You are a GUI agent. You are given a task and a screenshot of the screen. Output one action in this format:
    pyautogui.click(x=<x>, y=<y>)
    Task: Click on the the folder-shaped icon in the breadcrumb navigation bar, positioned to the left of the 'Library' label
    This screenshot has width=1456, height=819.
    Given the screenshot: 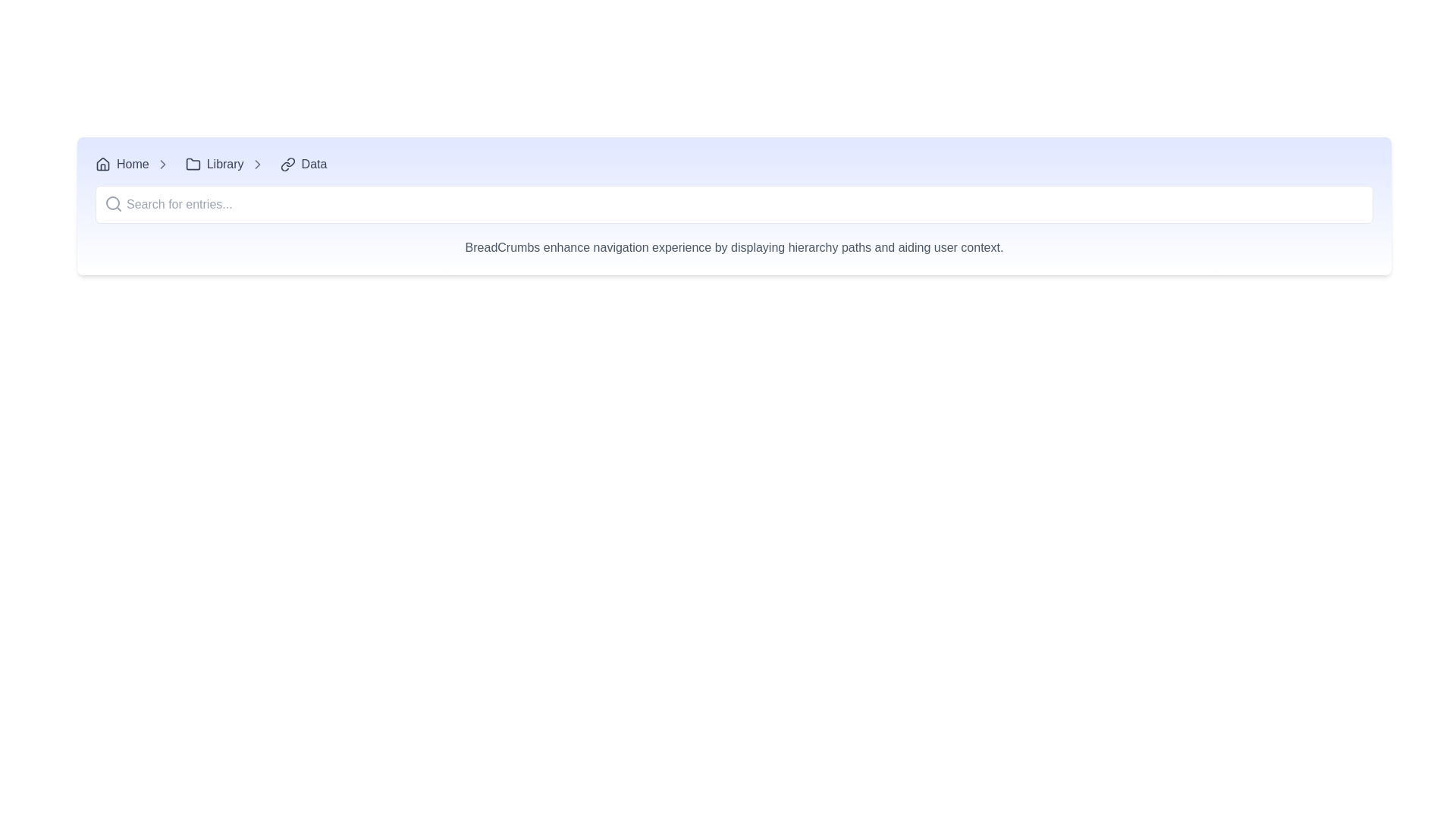 What is the action you would take?
    pyautogui.click(x=192, y=164)
    